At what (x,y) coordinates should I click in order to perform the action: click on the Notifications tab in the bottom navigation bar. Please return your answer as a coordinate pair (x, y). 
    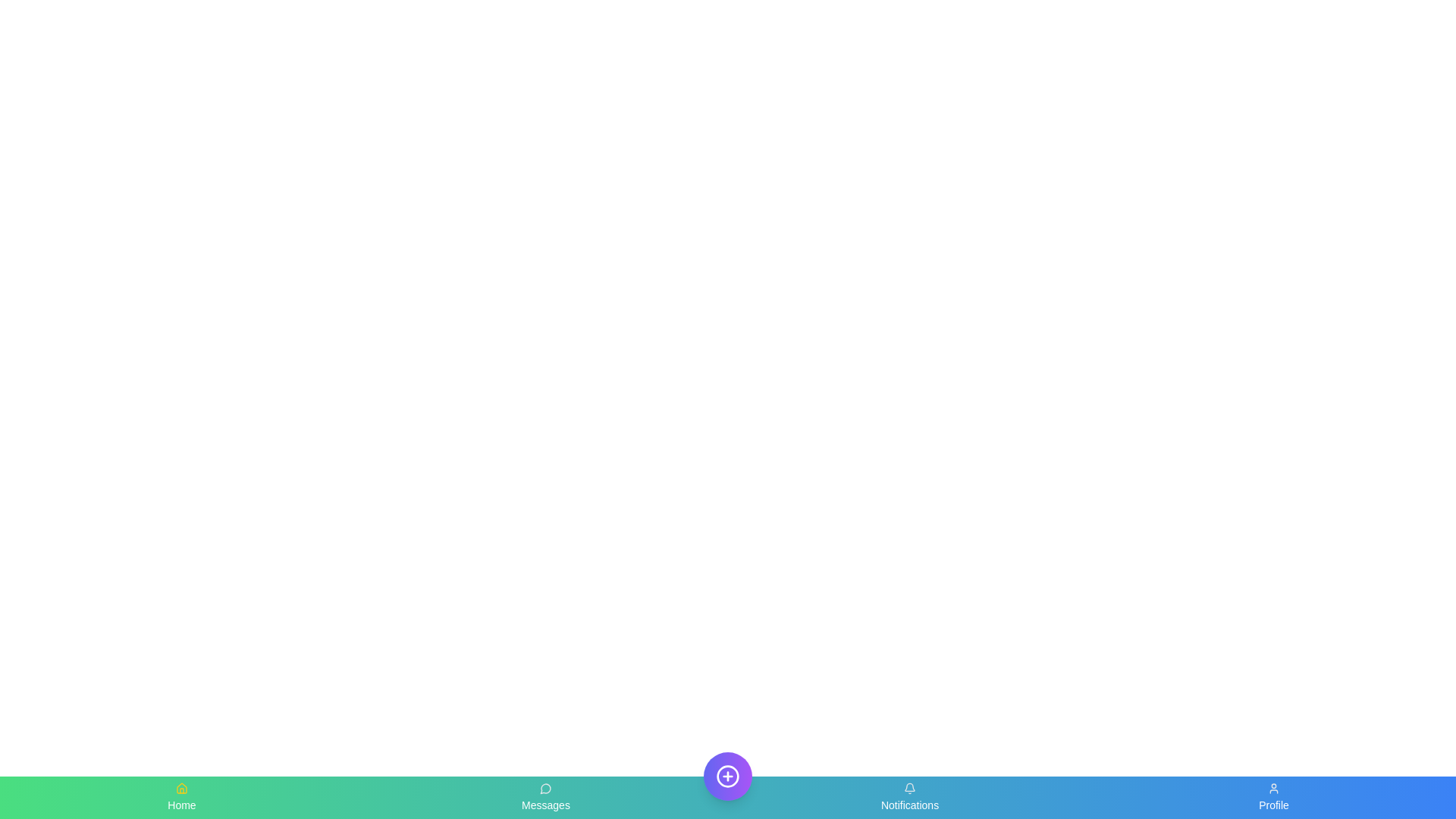
    Looking at the image, I should click on (910, 797).